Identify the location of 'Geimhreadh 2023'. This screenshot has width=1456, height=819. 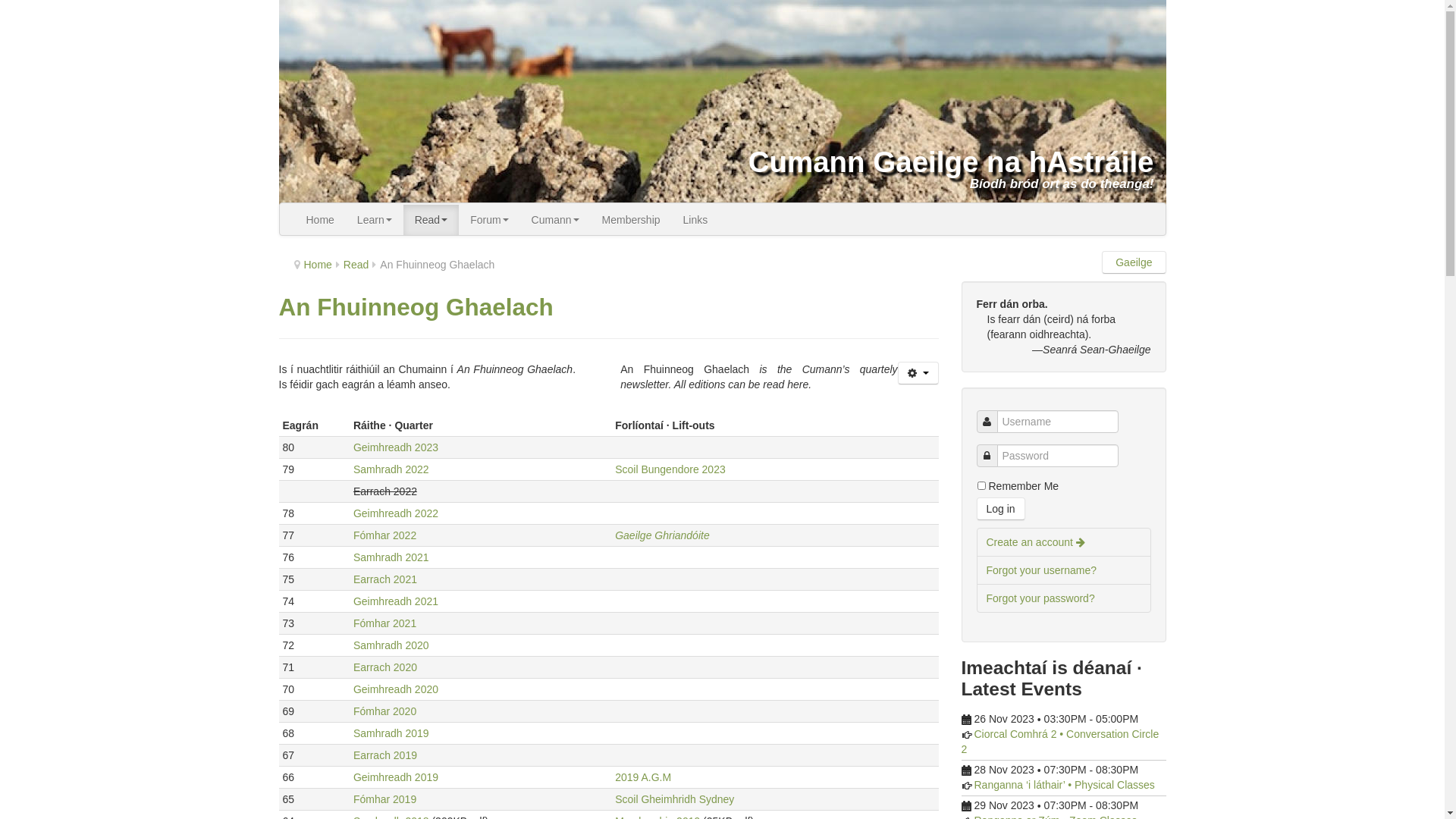
(396, 447).